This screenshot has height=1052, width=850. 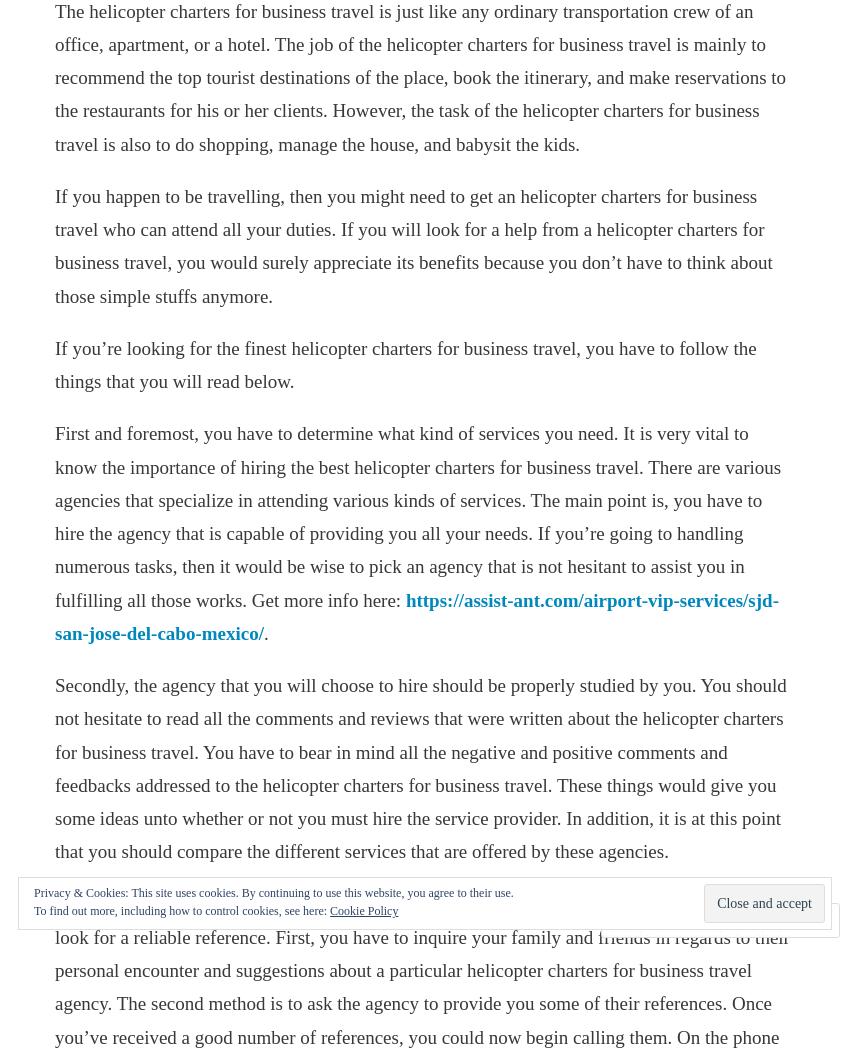 I want to click on 'The helicopter charters for business travel is just like any ordinary transportation crew of an office, apartment, or a hotel. The job of the helicopter charters for business travel is mainly to recommend the top tourist destinations of the place, book the itinerary, and make reservations to the restaurants for his or her clients. However, the task of the helicopter charters for business travel is also to do shopping, manage the house, and babysit the kids.', so click(x=420, y=76).